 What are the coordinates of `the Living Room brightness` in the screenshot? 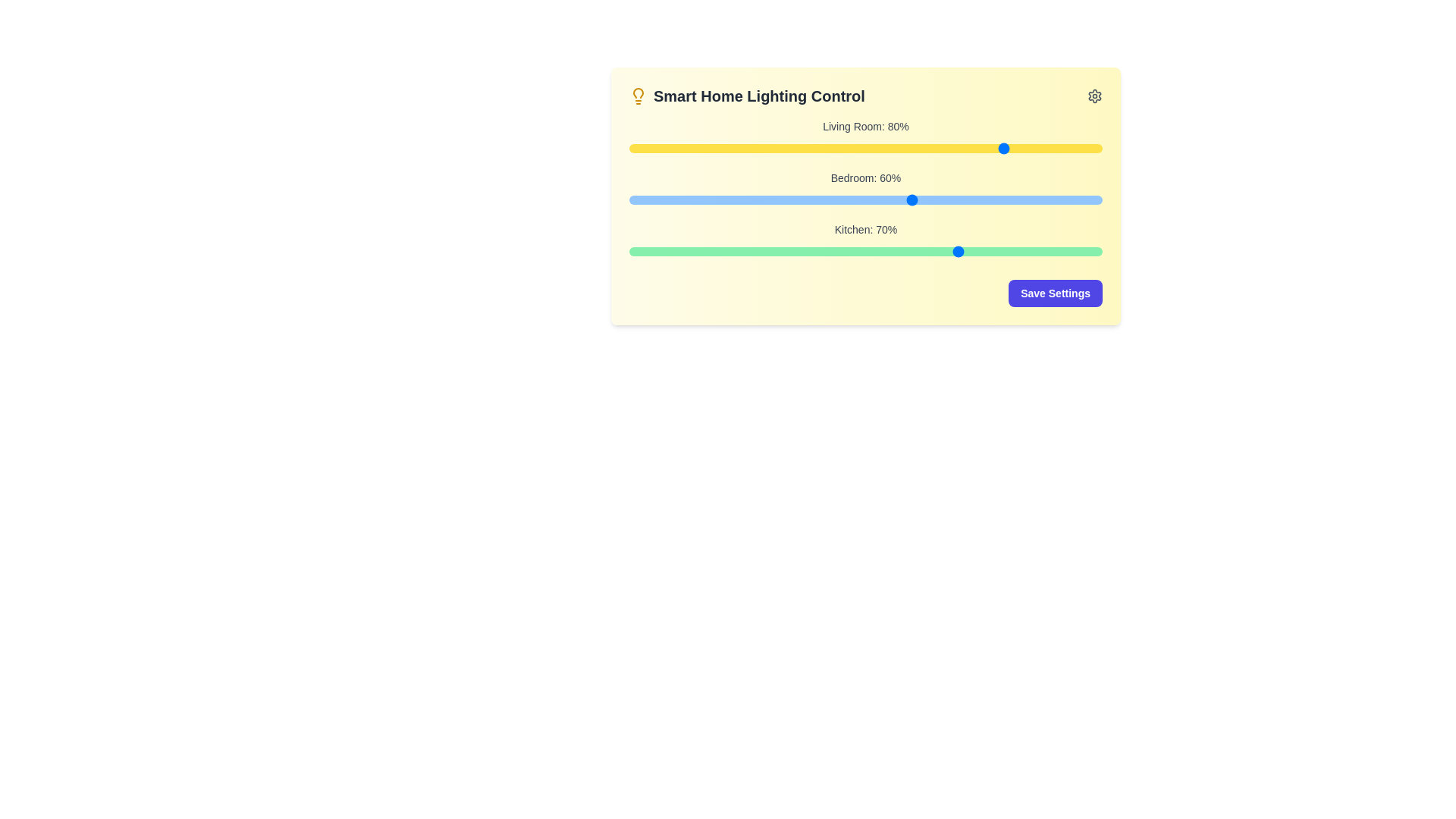 It's located at (1083, 149).